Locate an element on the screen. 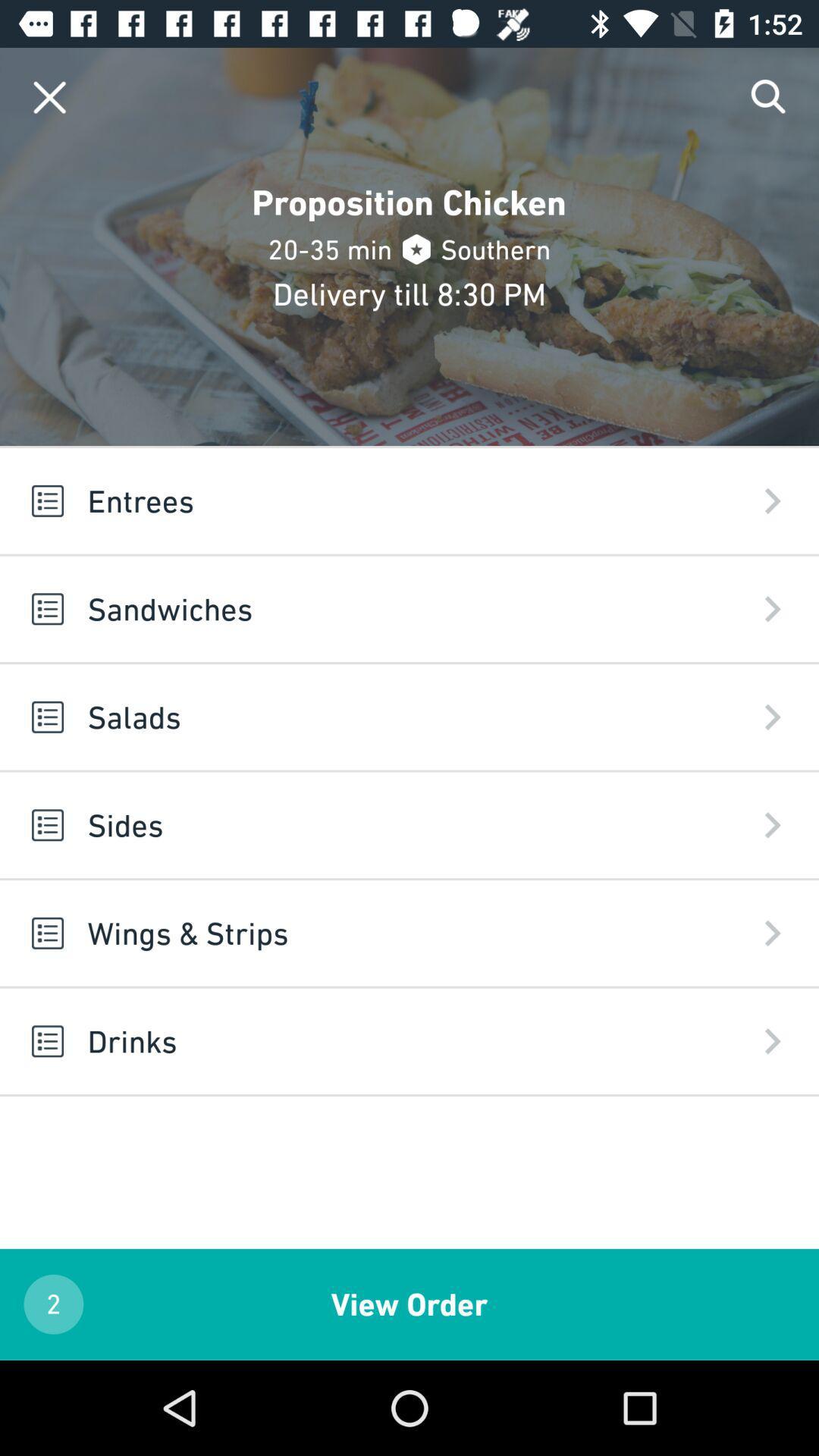 This screenshot has height=1456, width=819. the icon above entrees is located at coordinates (769, 96).